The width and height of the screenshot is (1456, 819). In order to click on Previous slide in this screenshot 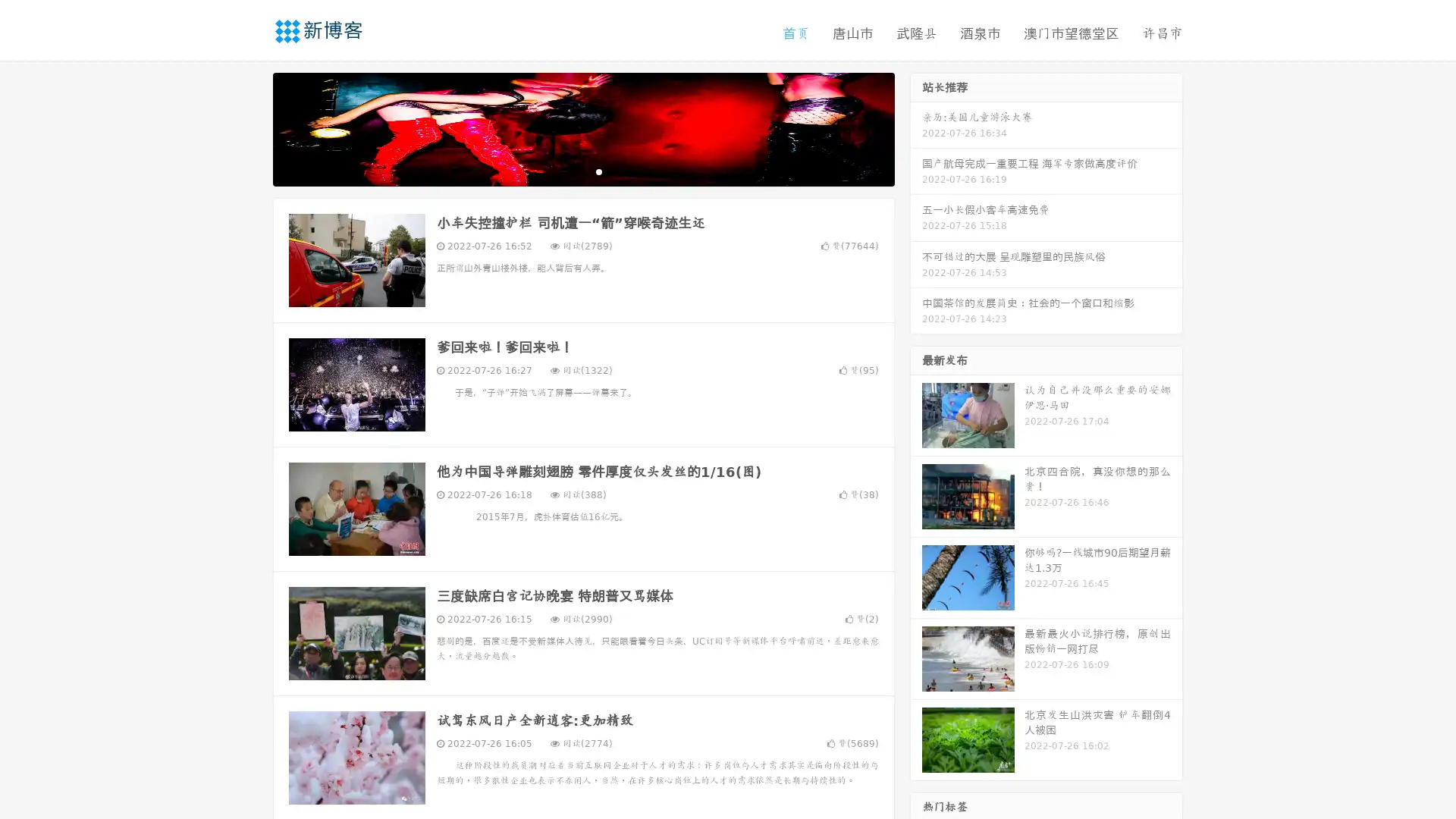, I will do `click(250, 127)`.